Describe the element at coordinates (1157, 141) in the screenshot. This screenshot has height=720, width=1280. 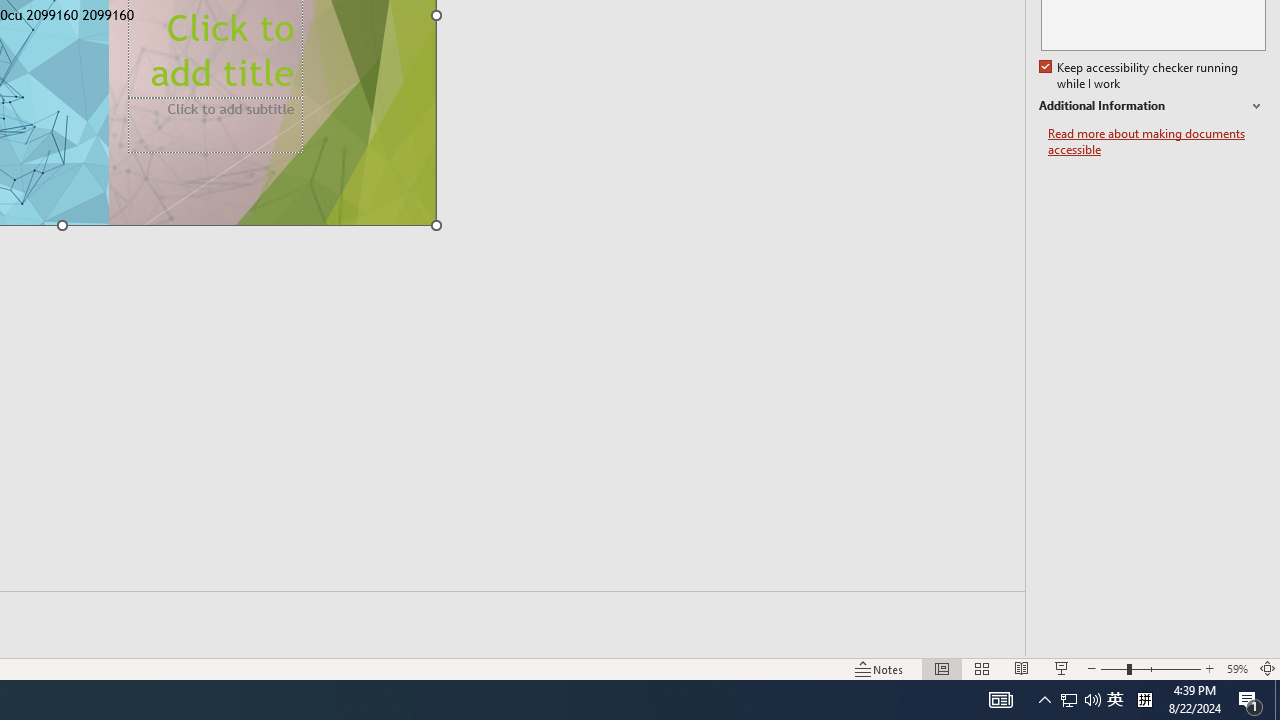
I see `'Read more about making documents accessible'` at that location.